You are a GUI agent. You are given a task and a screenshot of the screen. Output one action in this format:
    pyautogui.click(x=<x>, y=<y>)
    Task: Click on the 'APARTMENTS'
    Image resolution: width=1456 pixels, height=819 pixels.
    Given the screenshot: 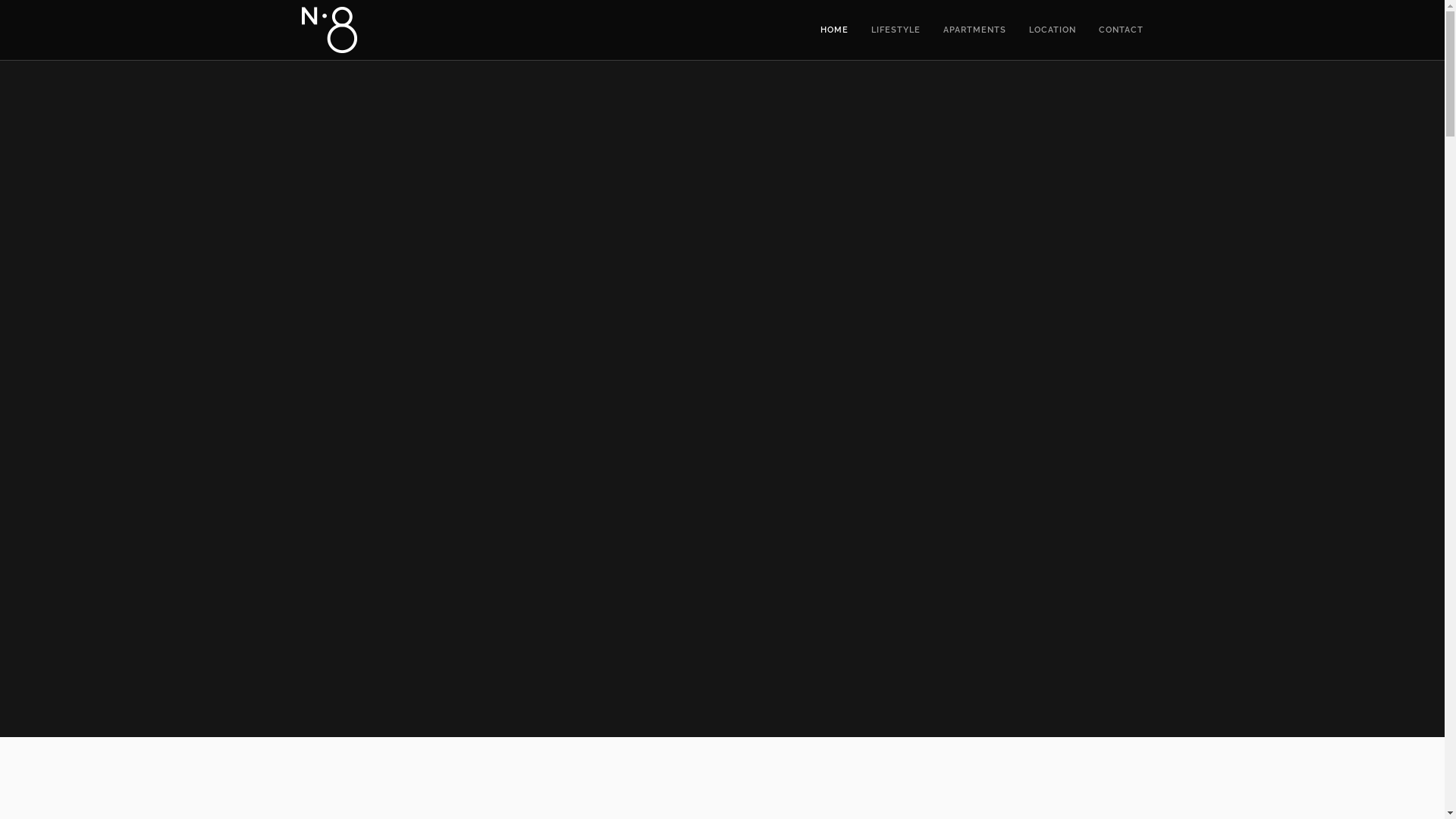 What is the action you would take?
    pyautogui.click(x=974, y=30)
    